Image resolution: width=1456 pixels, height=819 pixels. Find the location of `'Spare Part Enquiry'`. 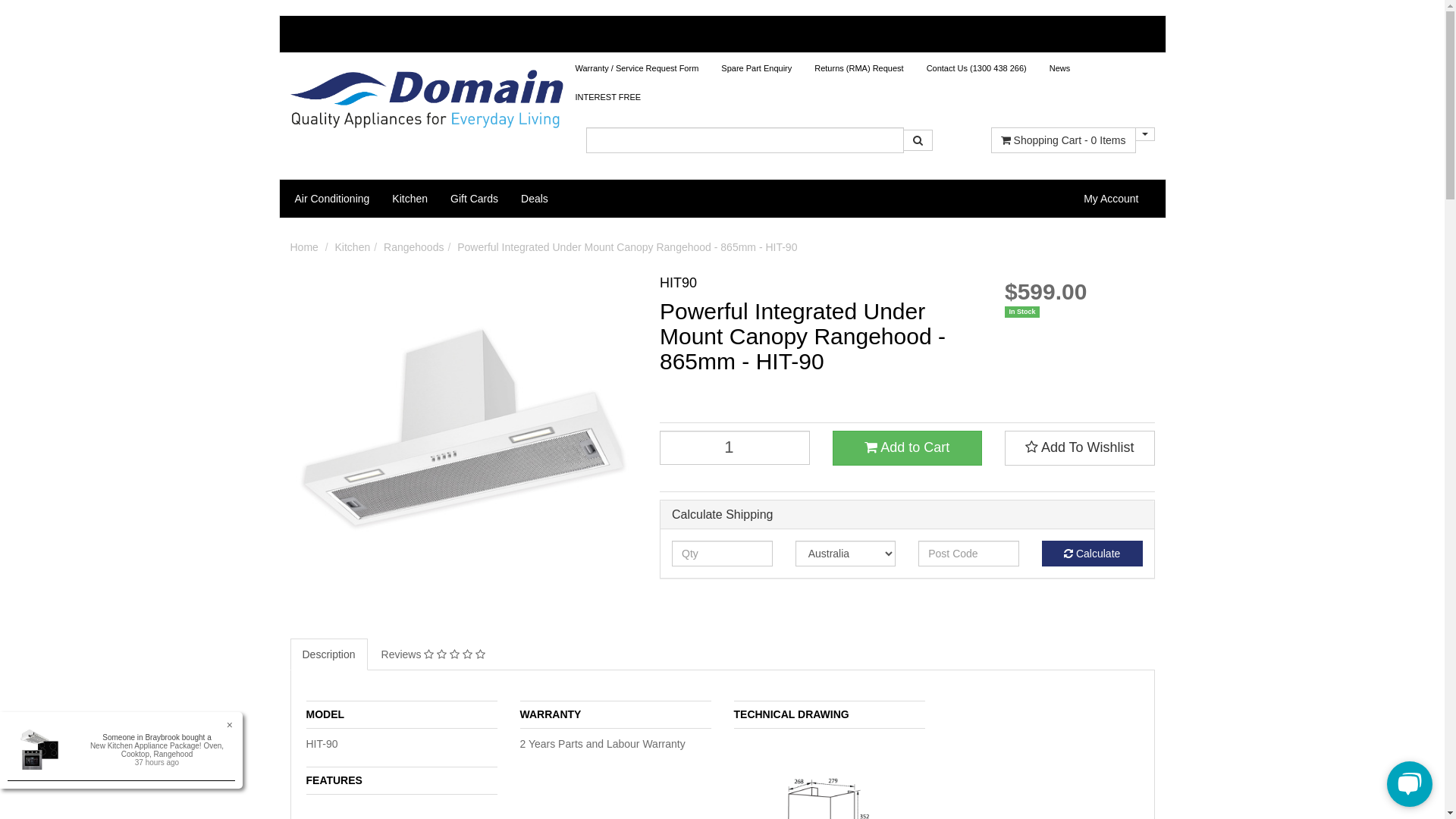

'Spare Part Enquiry' is located at coordinates (709, 67).